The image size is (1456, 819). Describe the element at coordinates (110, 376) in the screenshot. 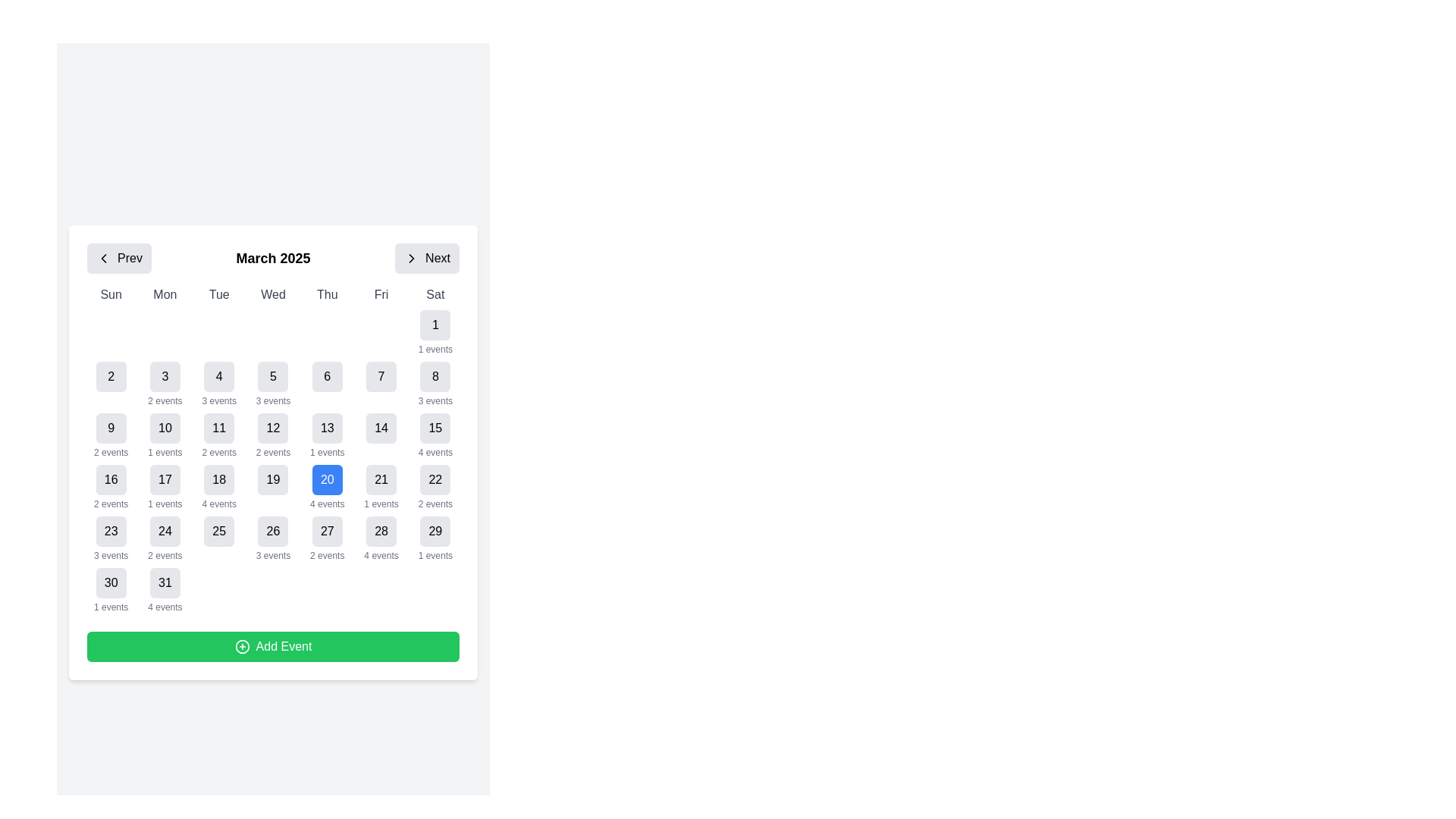

I see `the calendar day cell displaying the number '2'` at that location.